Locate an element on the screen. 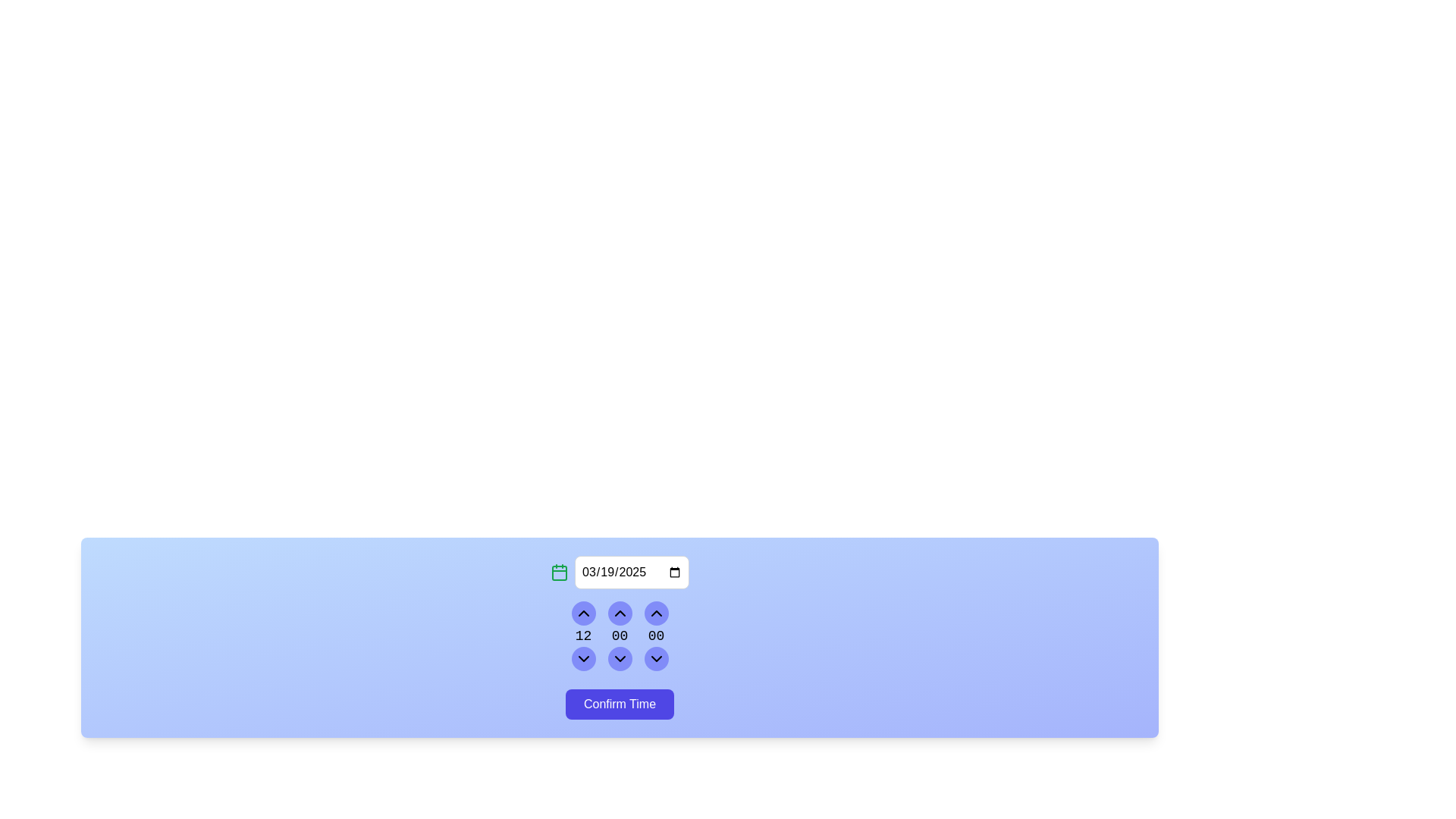 Image resolution: width=1456 pixels, height=819 pixels. the circular button with a purple background and a chevron-up icon, which is the top button of the rightmost column in the time selector component is located at coordinates (656, 613).